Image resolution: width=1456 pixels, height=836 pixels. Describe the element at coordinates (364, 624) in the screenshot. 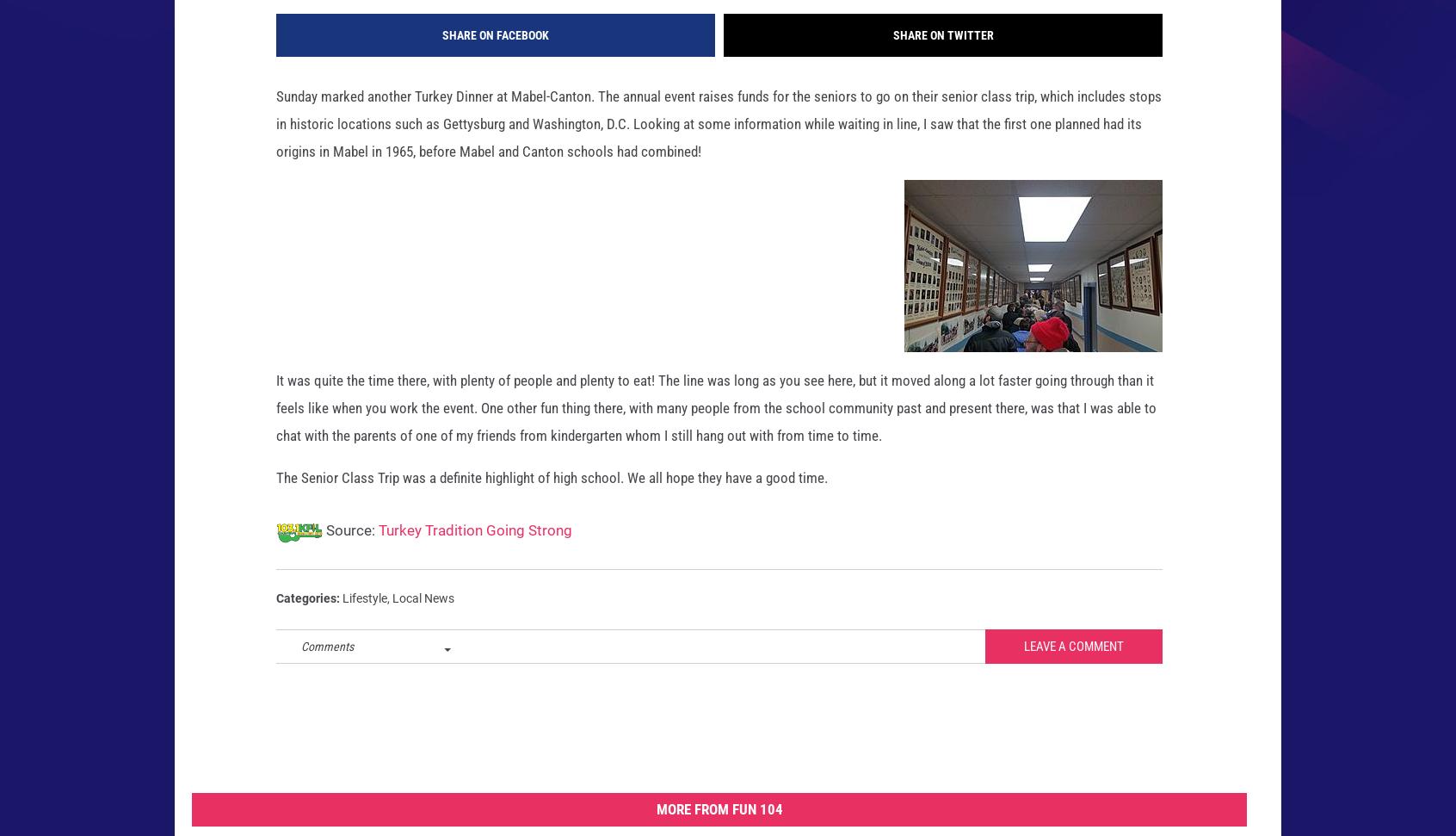

I see `'Lifestyle'` at that location.